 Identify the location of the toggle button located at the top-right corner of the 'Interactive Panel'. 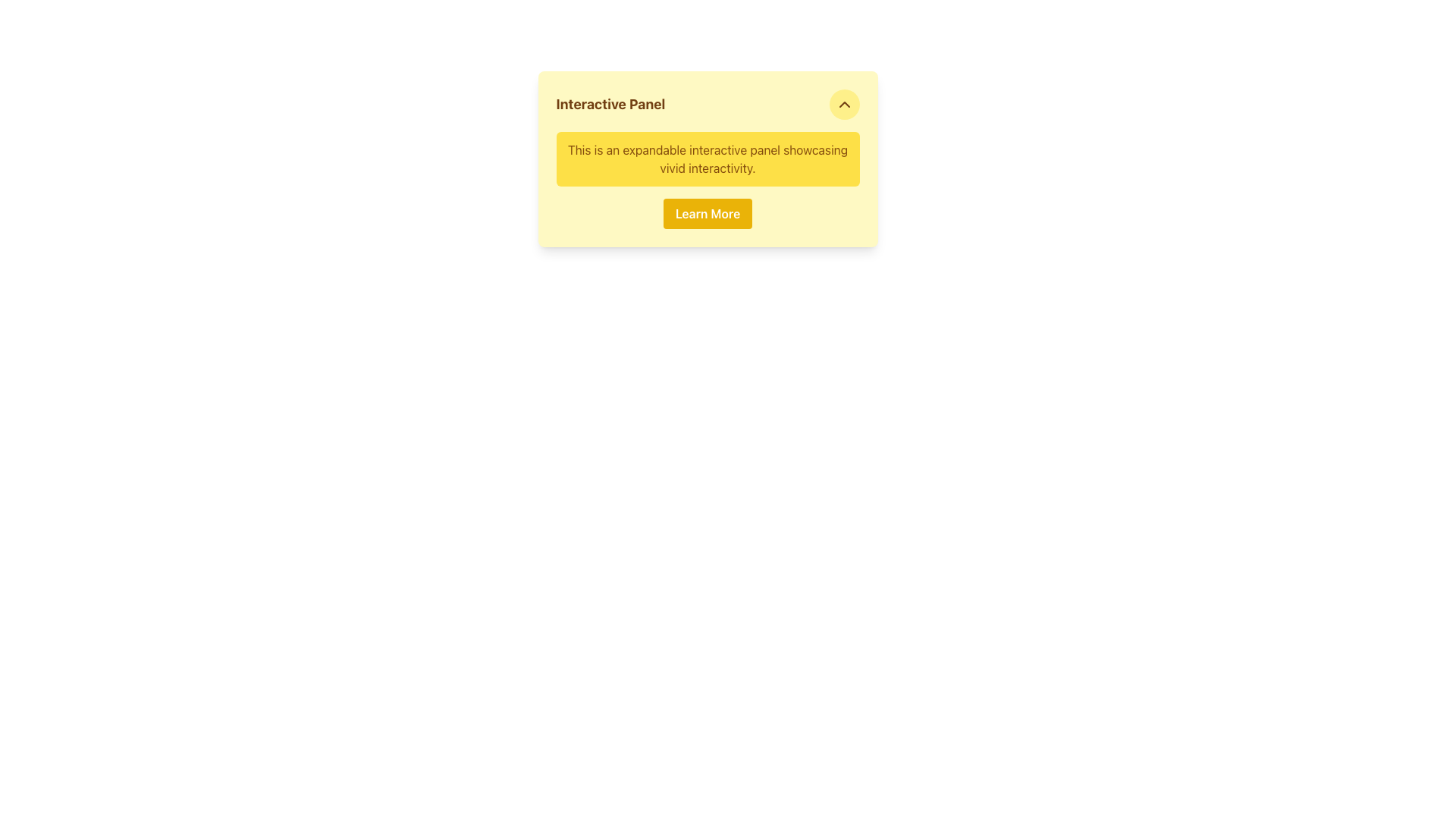
(843, 104).